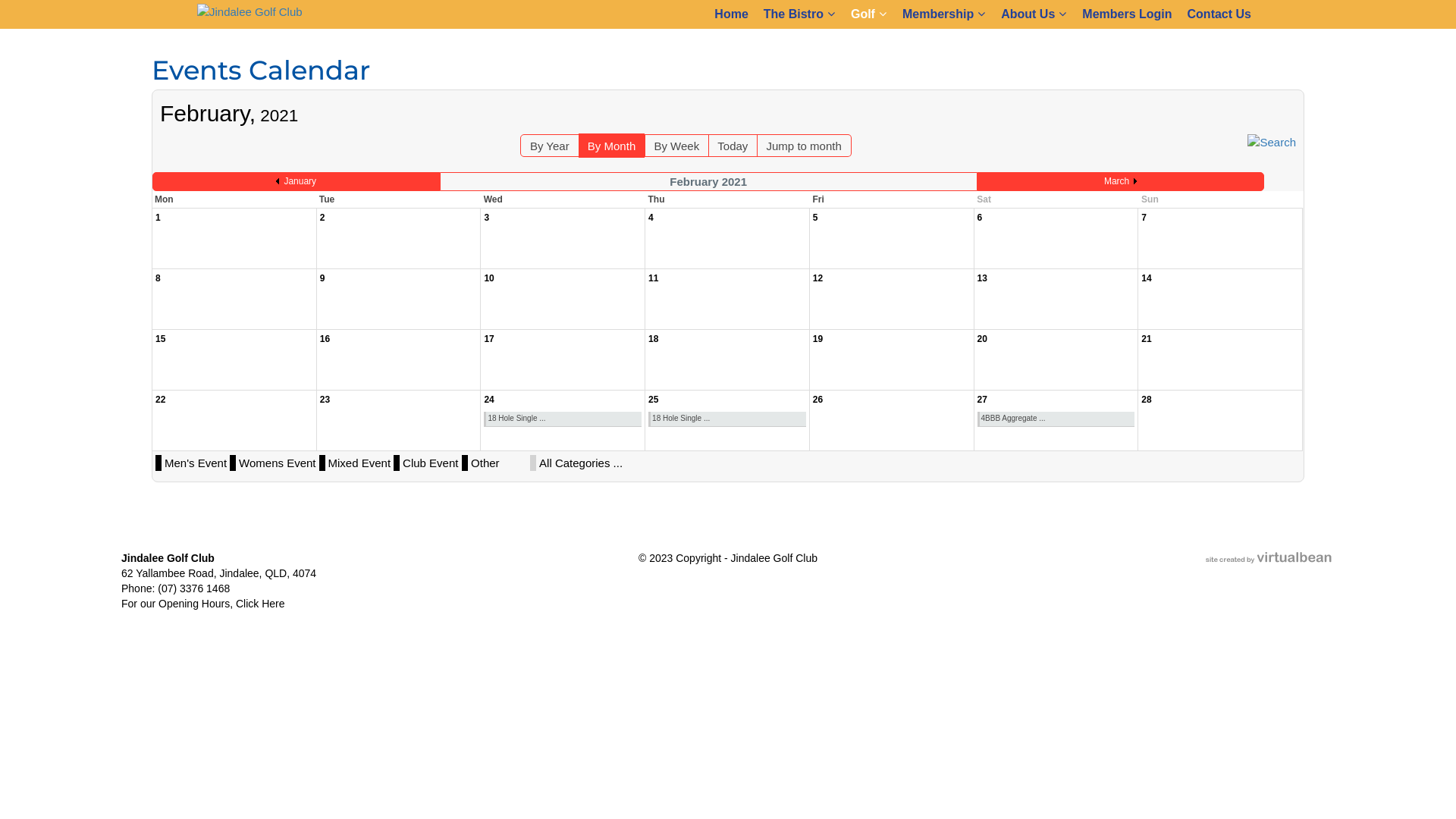  What do you see at coordinates (488, 399) in the screenshot?
I see `'24'` at bounding box center [488, 399].